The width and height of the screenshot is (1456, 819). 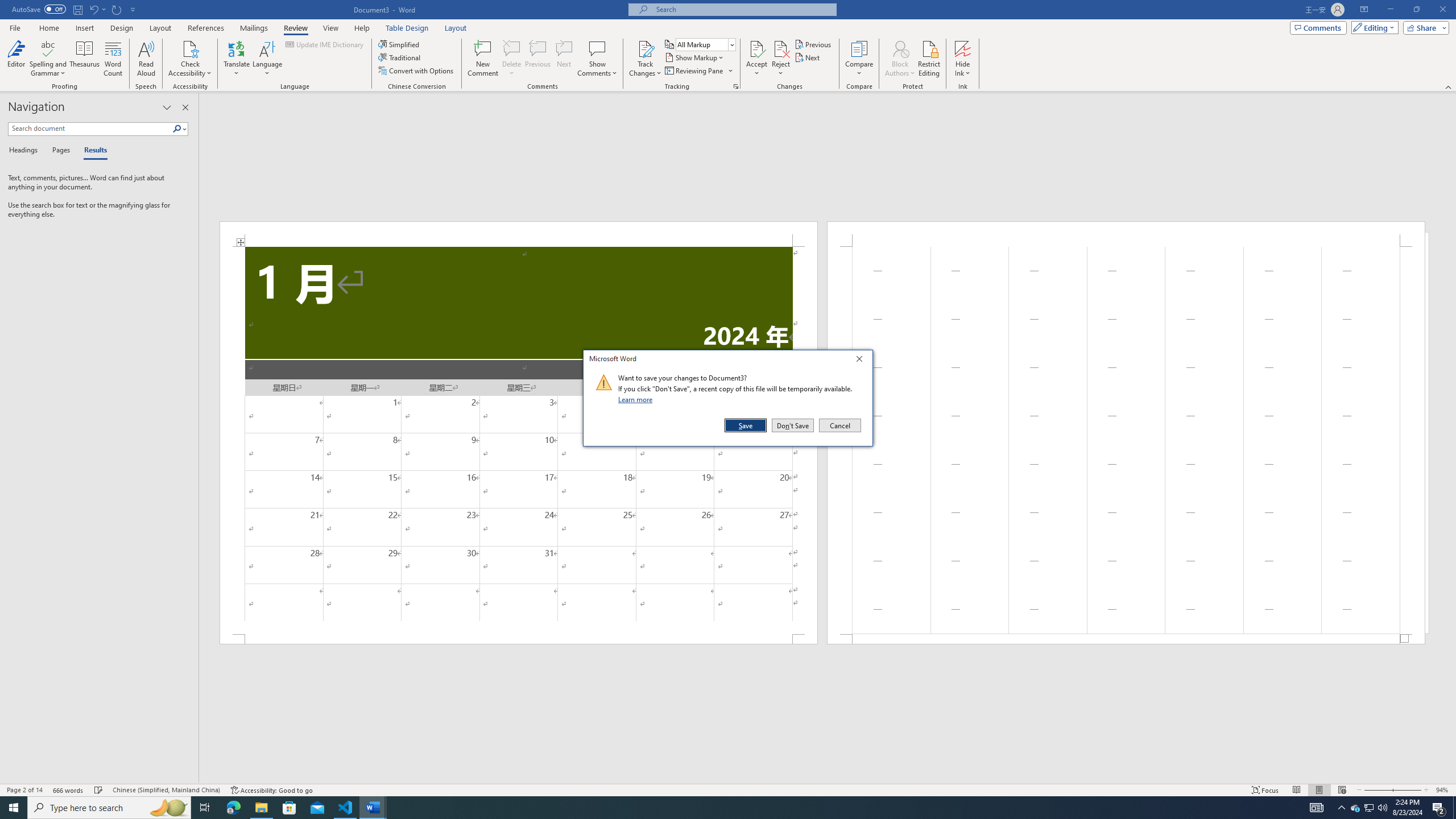 What do you see at coordinates (69, 790) in the screenshot?
I see `'Word Count 666 words'` at bounding box center [69, 790].